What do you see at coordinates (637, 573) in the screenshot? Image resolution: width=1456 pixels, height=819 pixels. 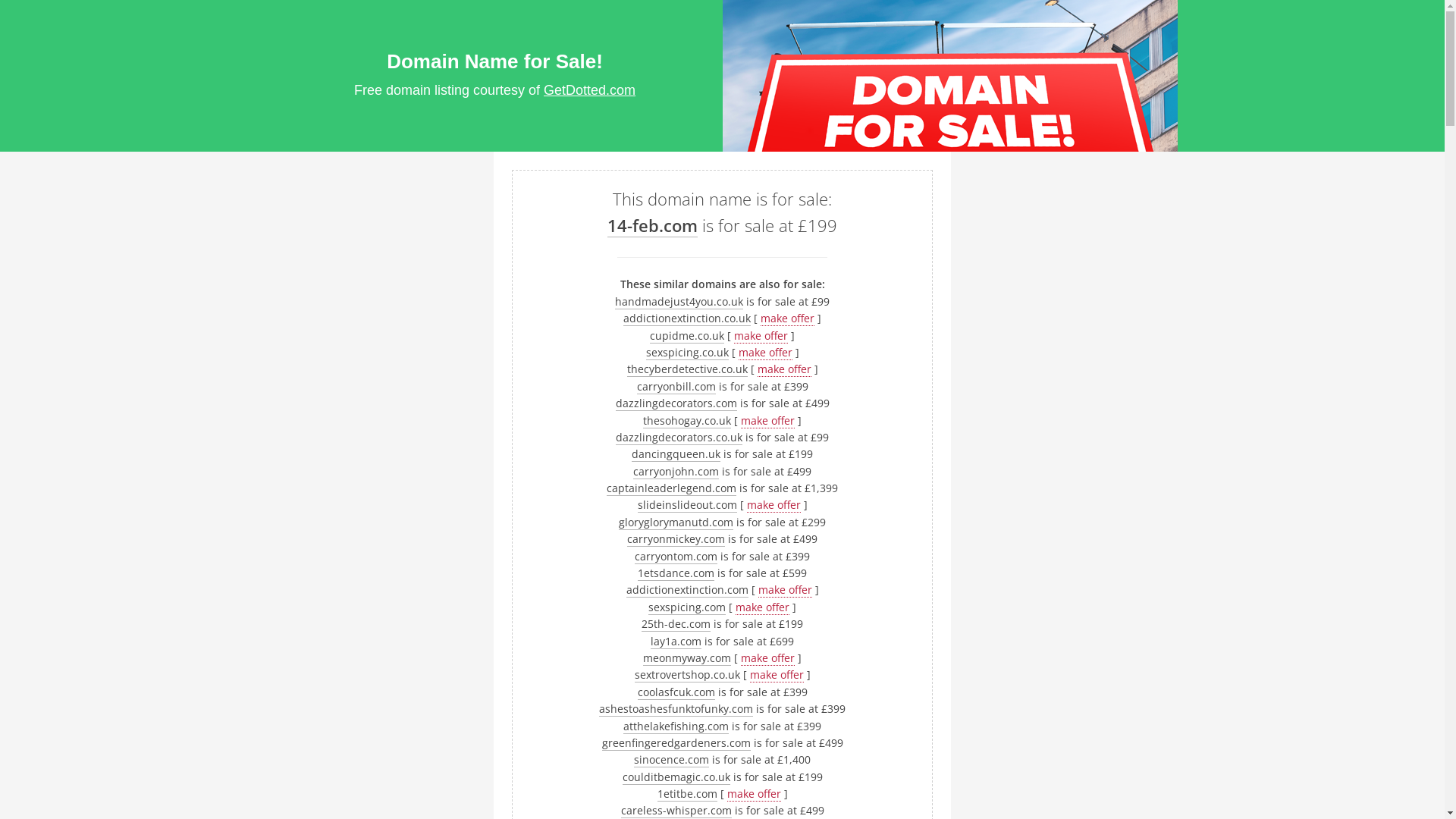 I see `'1etsdance.com'` at bounding box center [637, 573].